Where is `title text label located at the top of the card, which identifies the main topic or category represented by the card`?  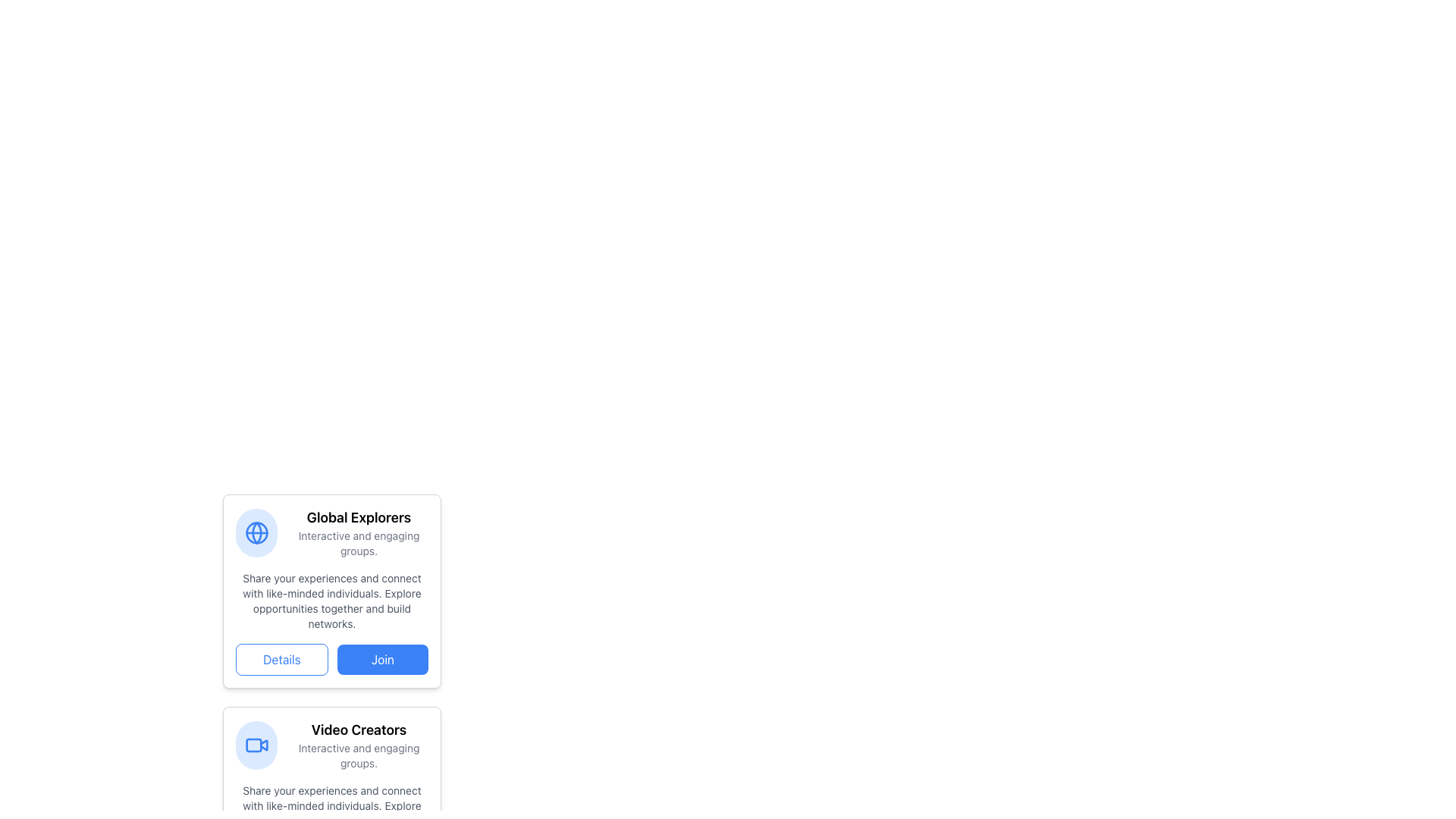
title text label located at the top of the card, which identifies the main topic or category represented by the card is located at coordinates (358, 516).